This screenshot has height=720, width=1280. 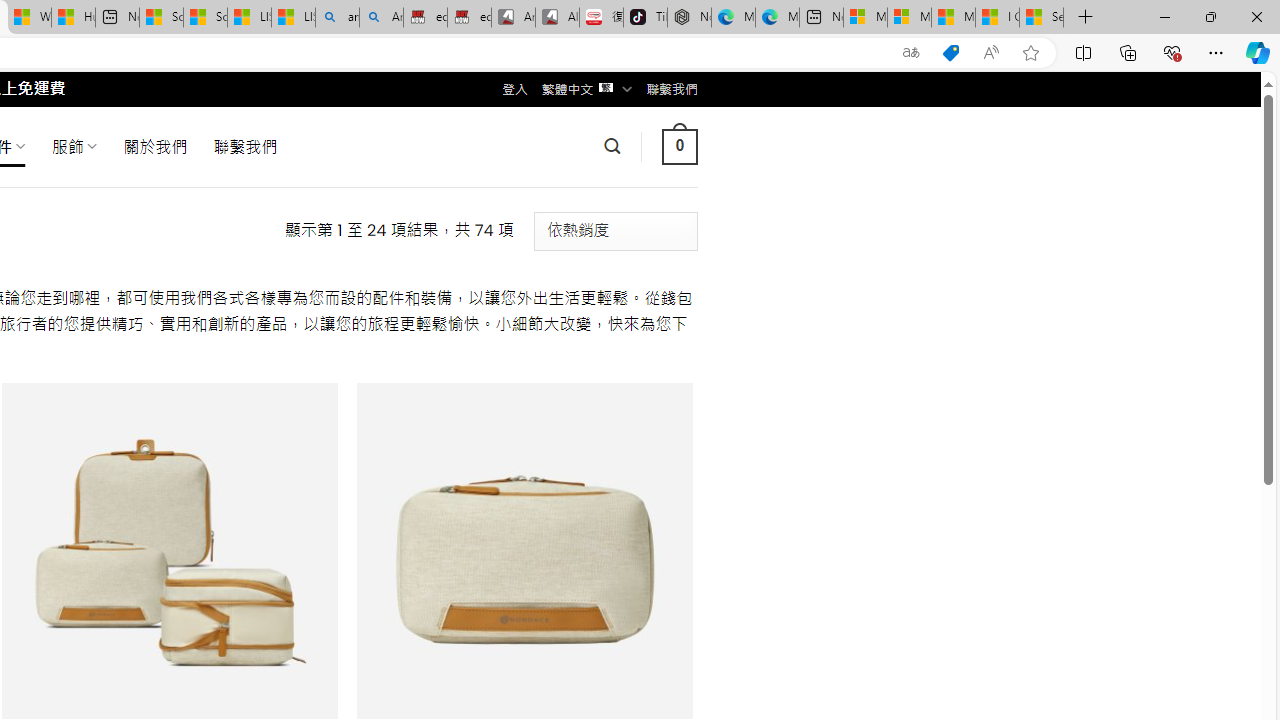 I want to click on 'All Cubot phones', so click(x=557, y=17).